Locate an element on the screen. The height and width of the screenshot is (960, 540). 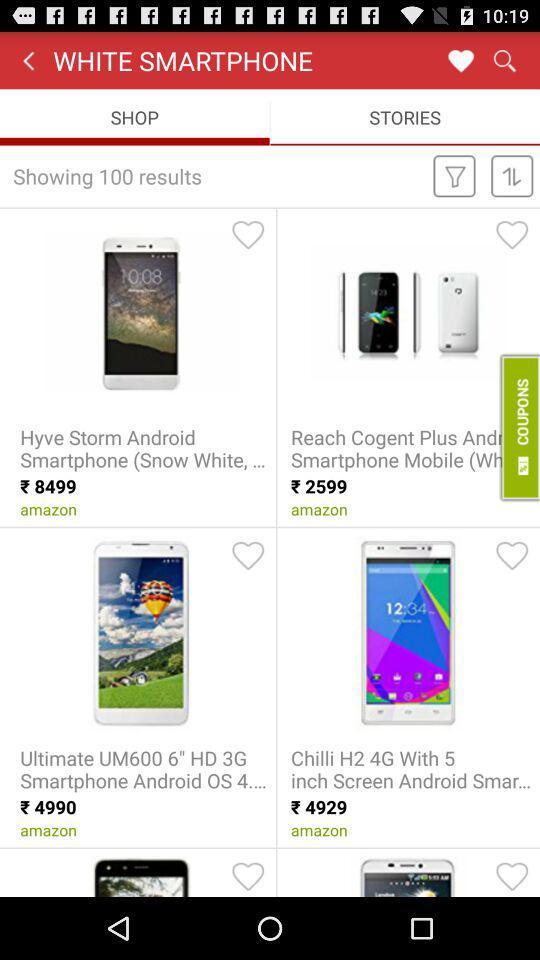
the stories item is located at coordinates (405, 117).